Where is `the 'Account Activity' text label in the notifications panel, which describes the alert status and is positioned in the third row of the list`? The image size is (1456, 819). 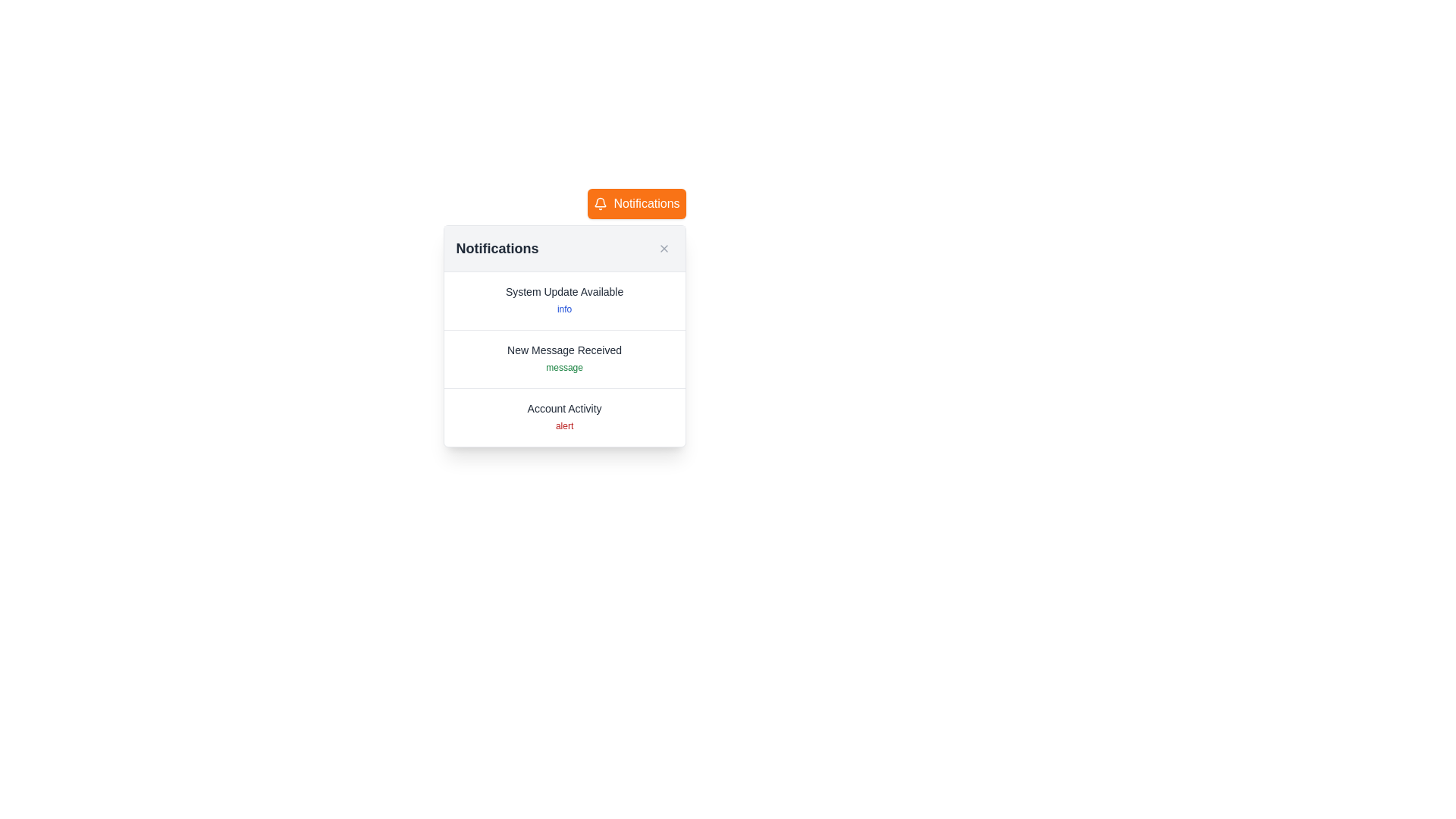
the 'Account Activity' text label in the notifications panel, which describes the alert status and is positioned in the third row of the list is located at coordinates (563, 408).